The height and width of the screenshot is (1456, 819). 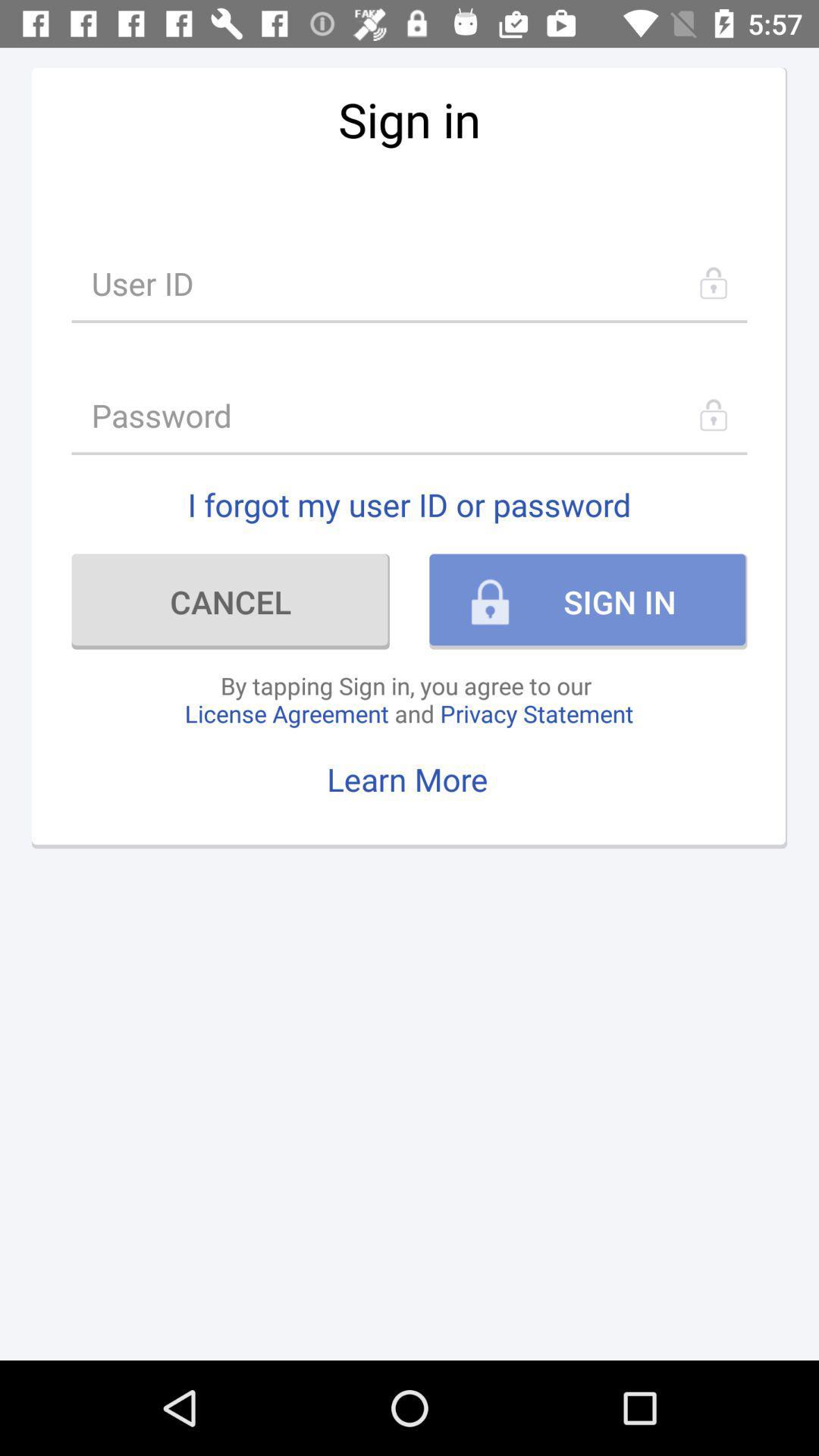 I want to click on item below the cancel, so click(x=408, y=698).